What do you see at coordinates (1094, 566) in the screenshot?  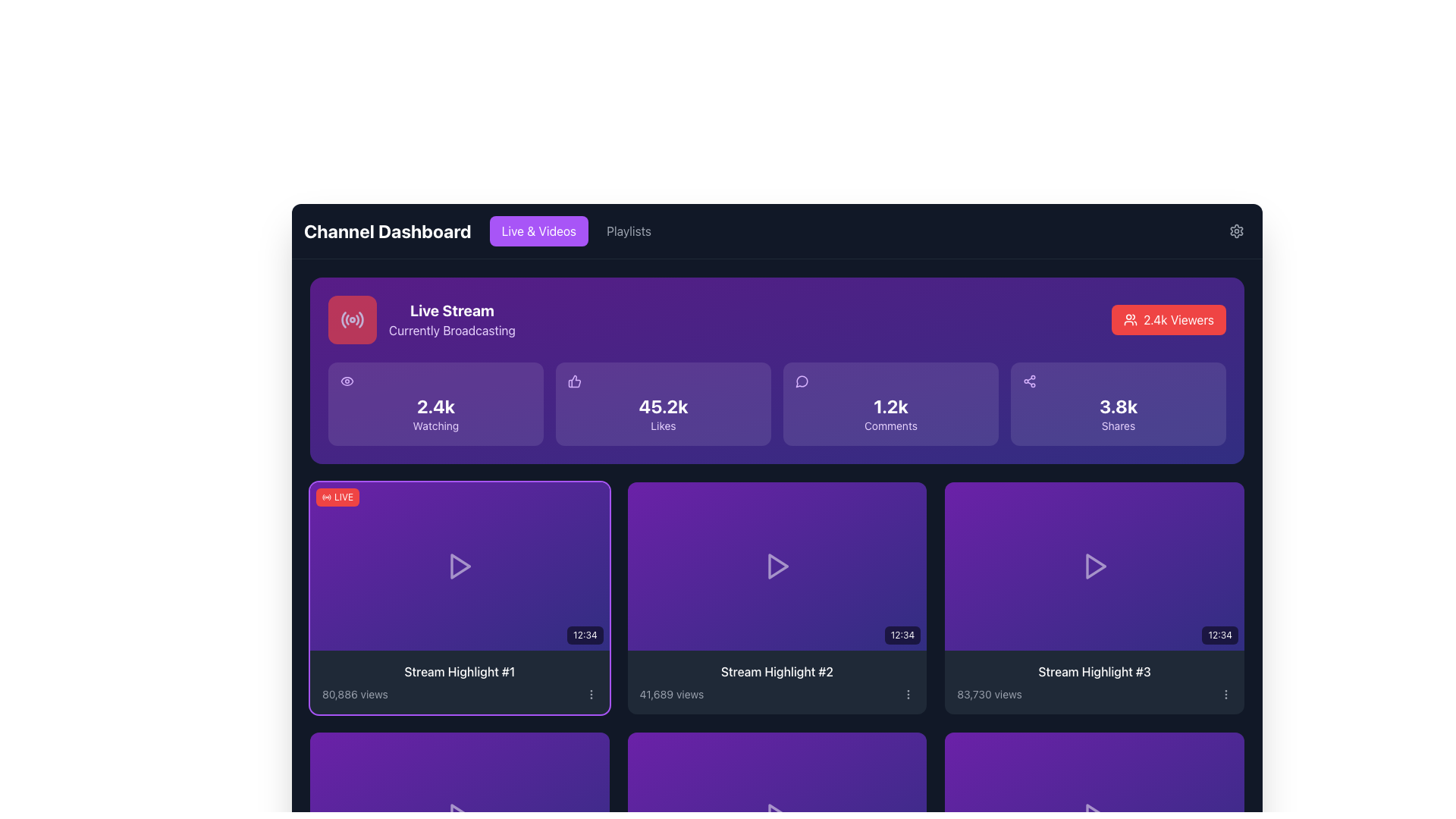 I see `the Interactive Thumbnail with a gradient background from purple to indigo, featuring a white play icon and time duration text '12:34' in the bottom right corner, located in the rightmost card of the second row labeled 'Stream Highlight #3'` at bounding box center [1094, 566].